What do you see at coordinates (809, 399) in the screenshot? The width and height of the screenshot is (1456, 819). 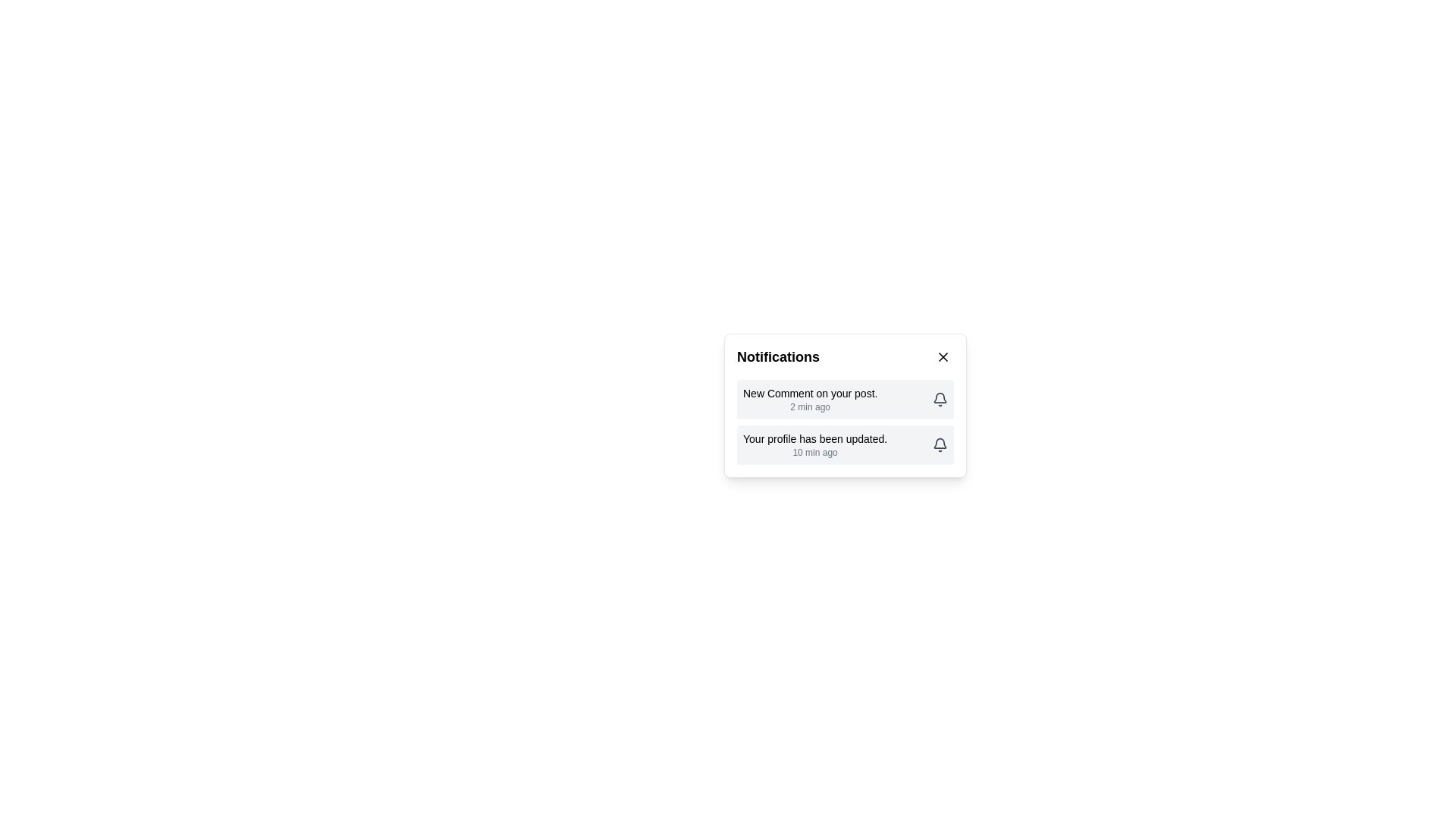 I see `the notification item titled 'New Comment on your post.' located in the second row of the notification list` at bounding box center [809, 399].